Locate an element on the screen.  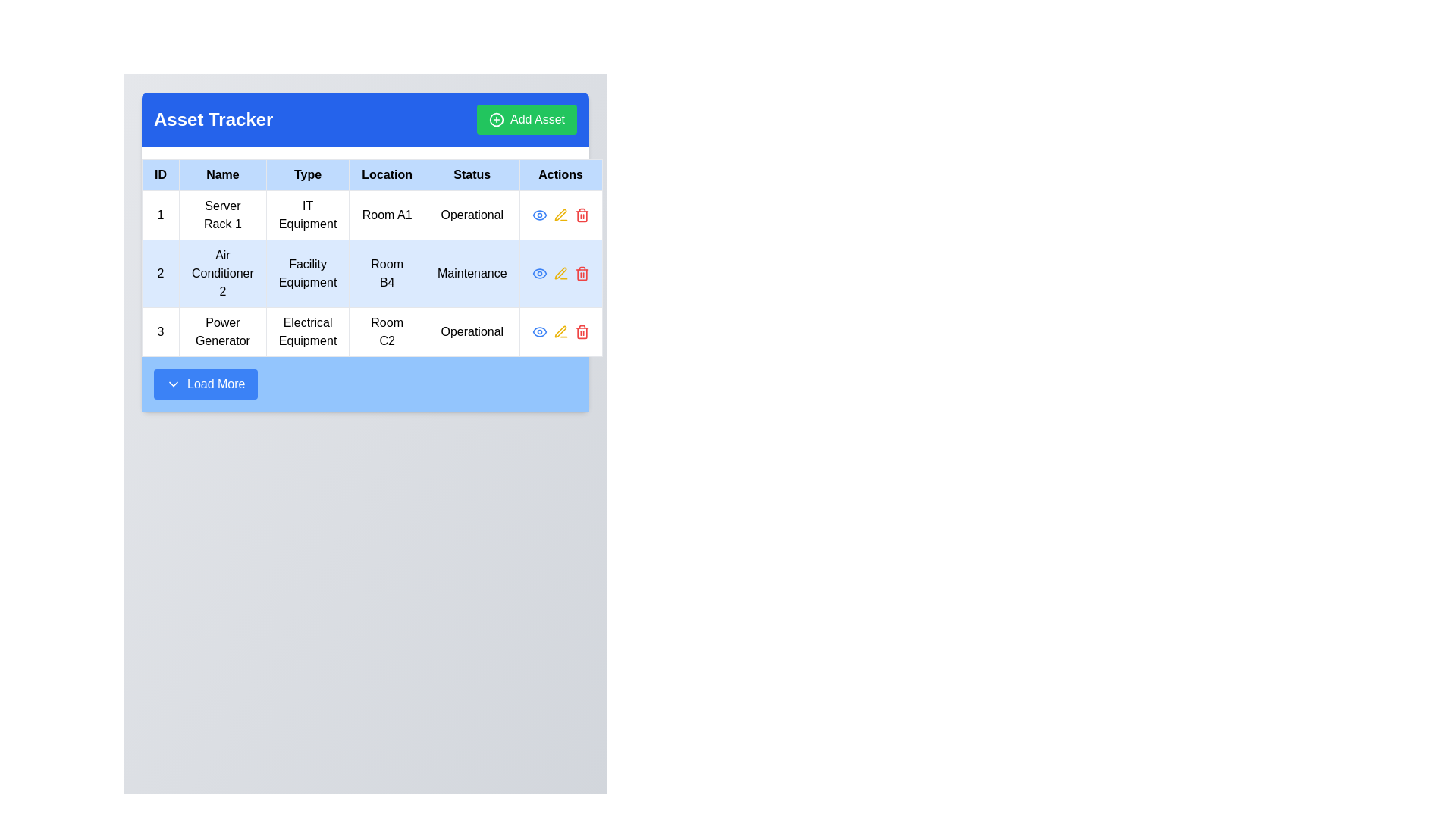
the status label indicating the operational status of the Power Generator in the third row of the table is located at coordinates (471, 331).